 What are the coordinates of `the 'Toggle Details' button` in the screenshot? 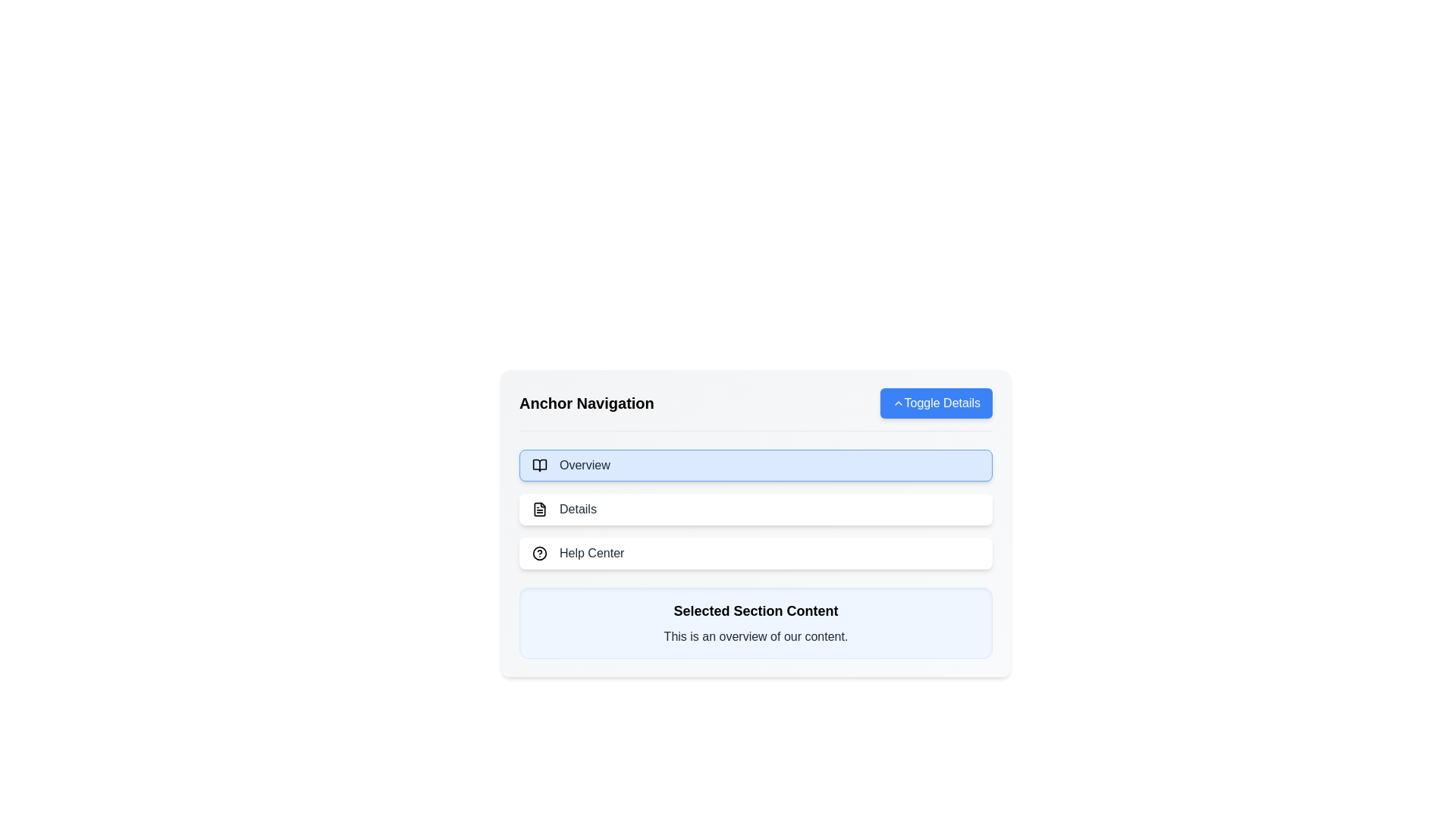 It's located at (898, 403).